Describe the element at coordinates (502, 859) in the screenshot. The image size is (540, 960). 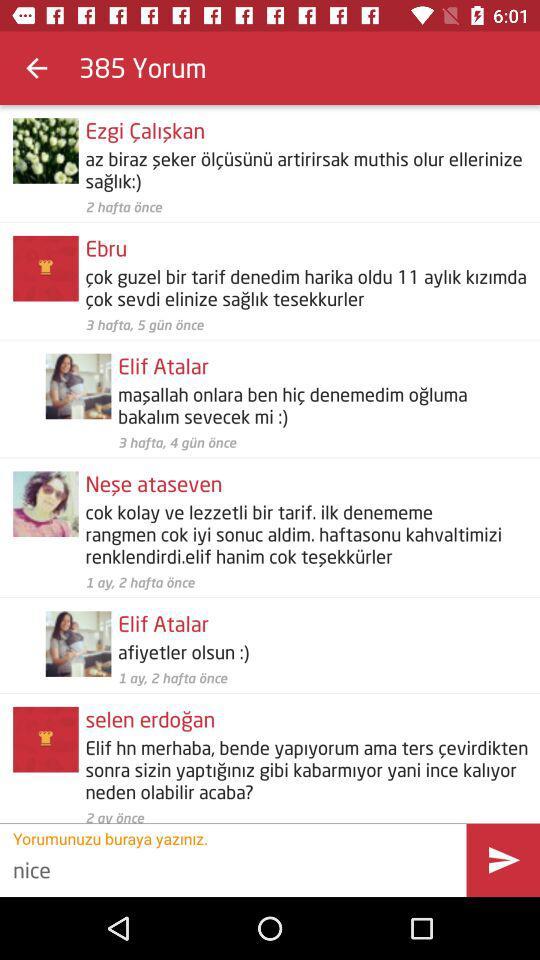
I see `the send icon` at that location.